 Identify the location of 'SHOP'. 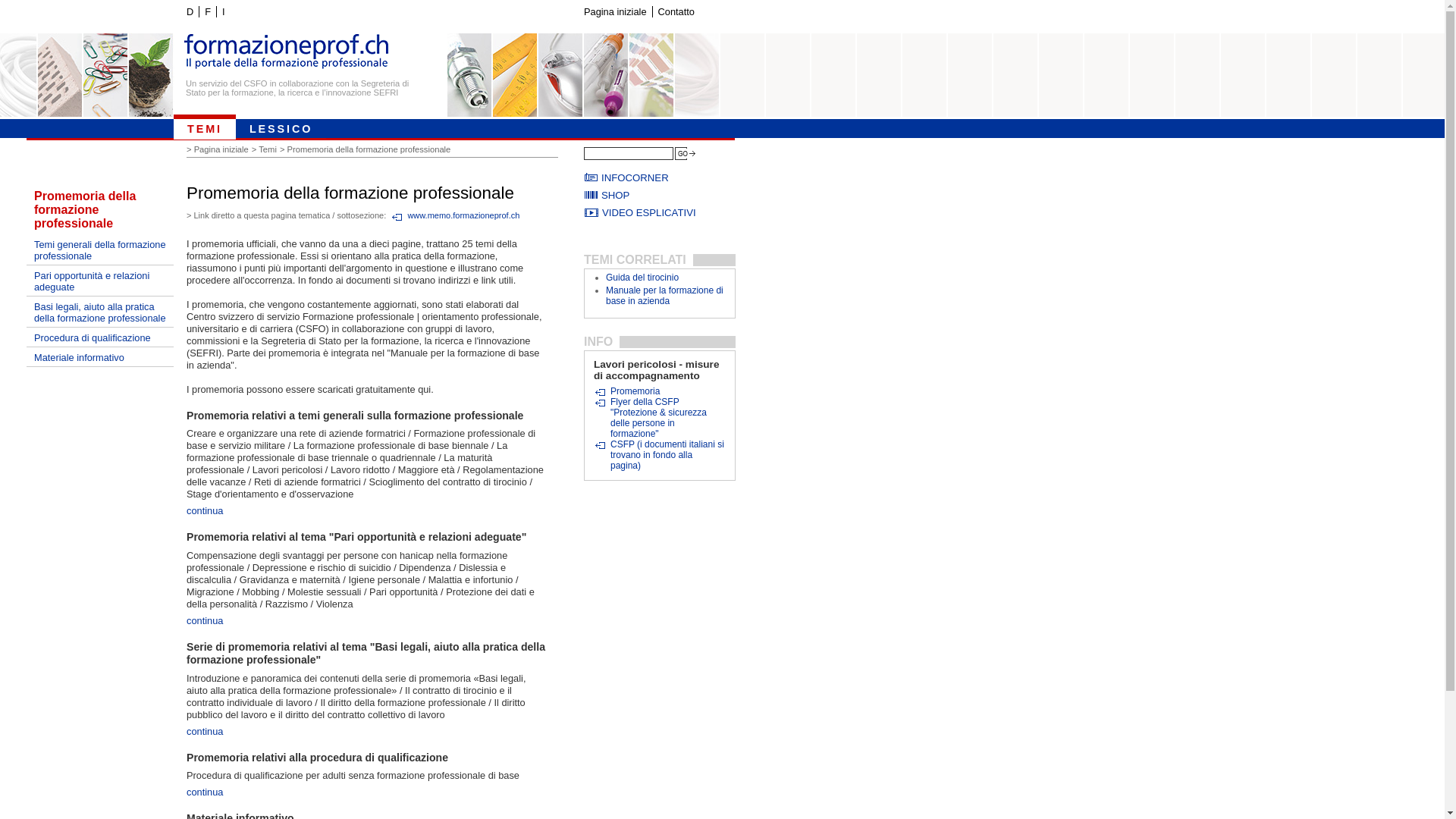
(660, 194).